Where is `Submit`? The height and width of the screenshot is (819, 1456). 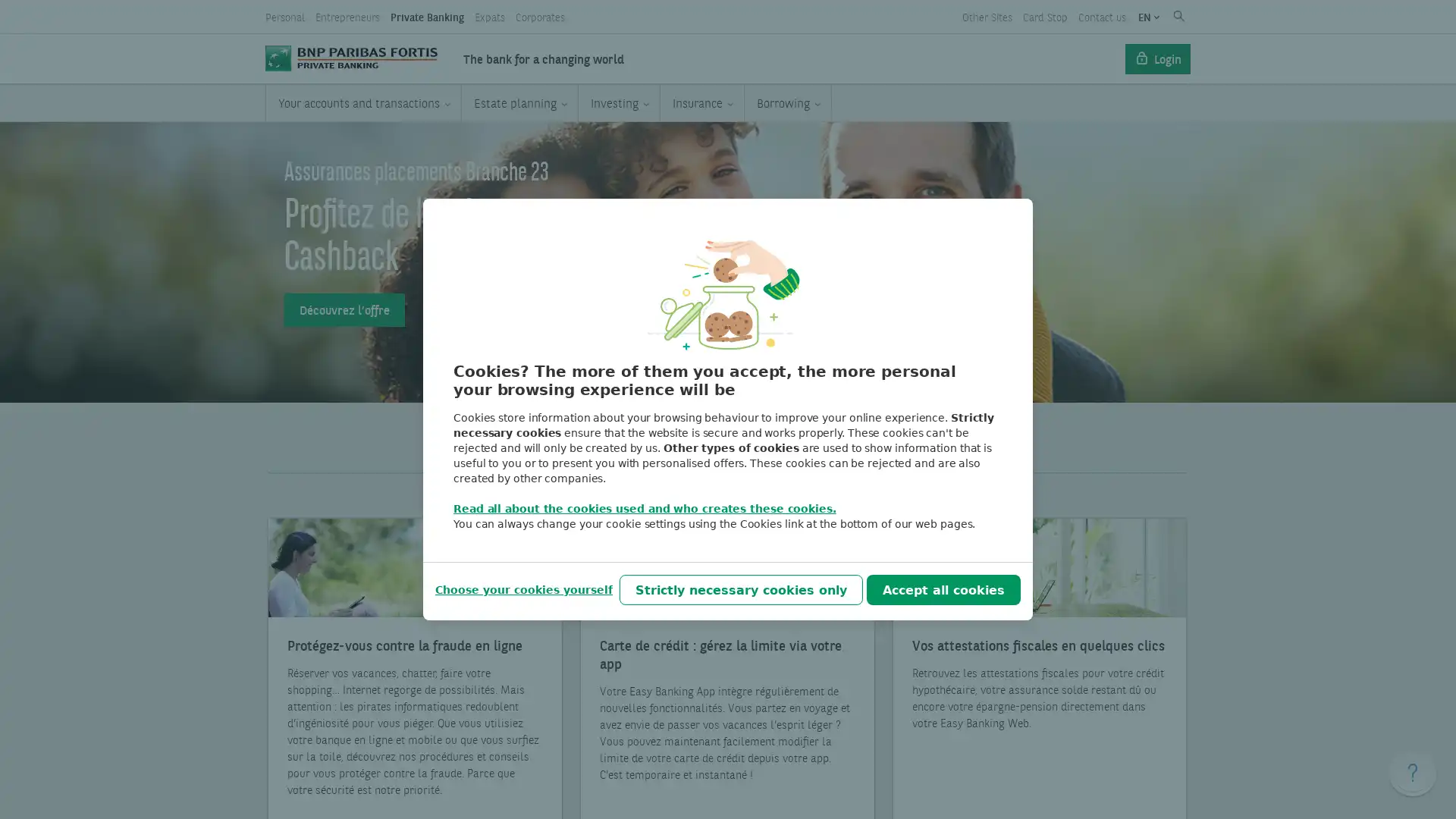
Submit is located at coordinates (1178, 17).